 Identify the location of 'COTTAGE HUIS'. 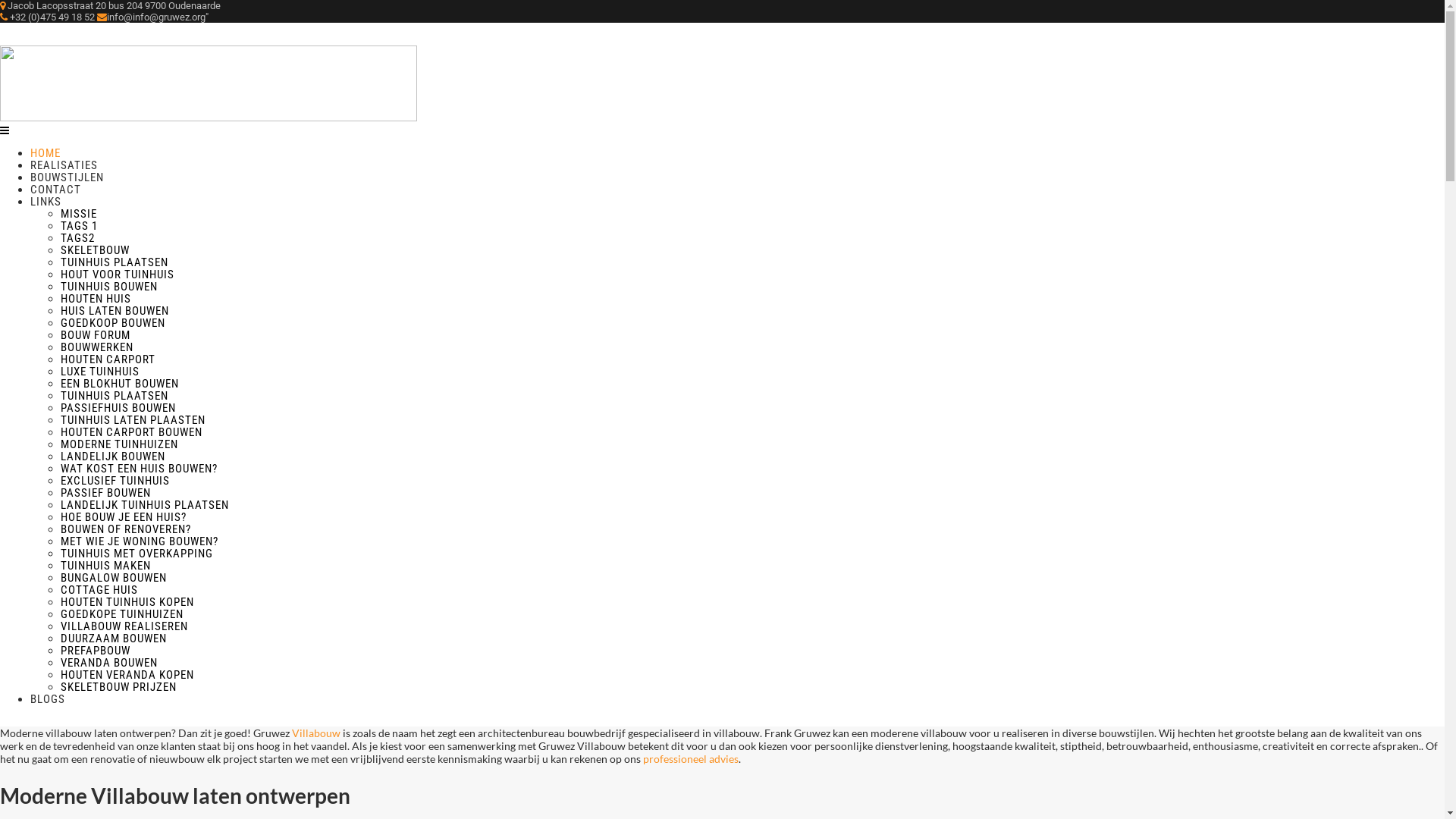
(98, 589).